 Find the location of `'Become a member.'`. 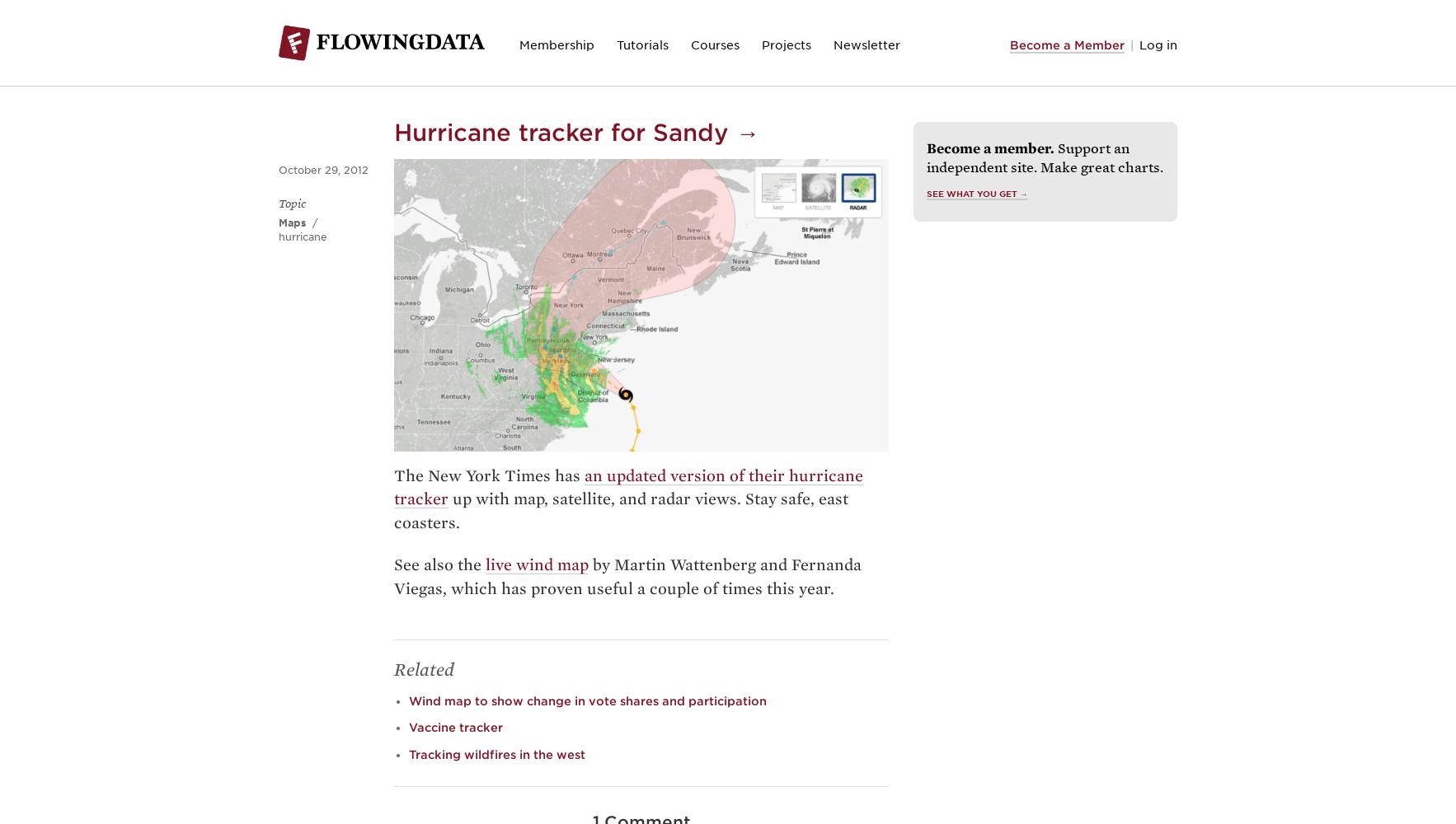

'Become a member.' is located at coordinates (926, 147).